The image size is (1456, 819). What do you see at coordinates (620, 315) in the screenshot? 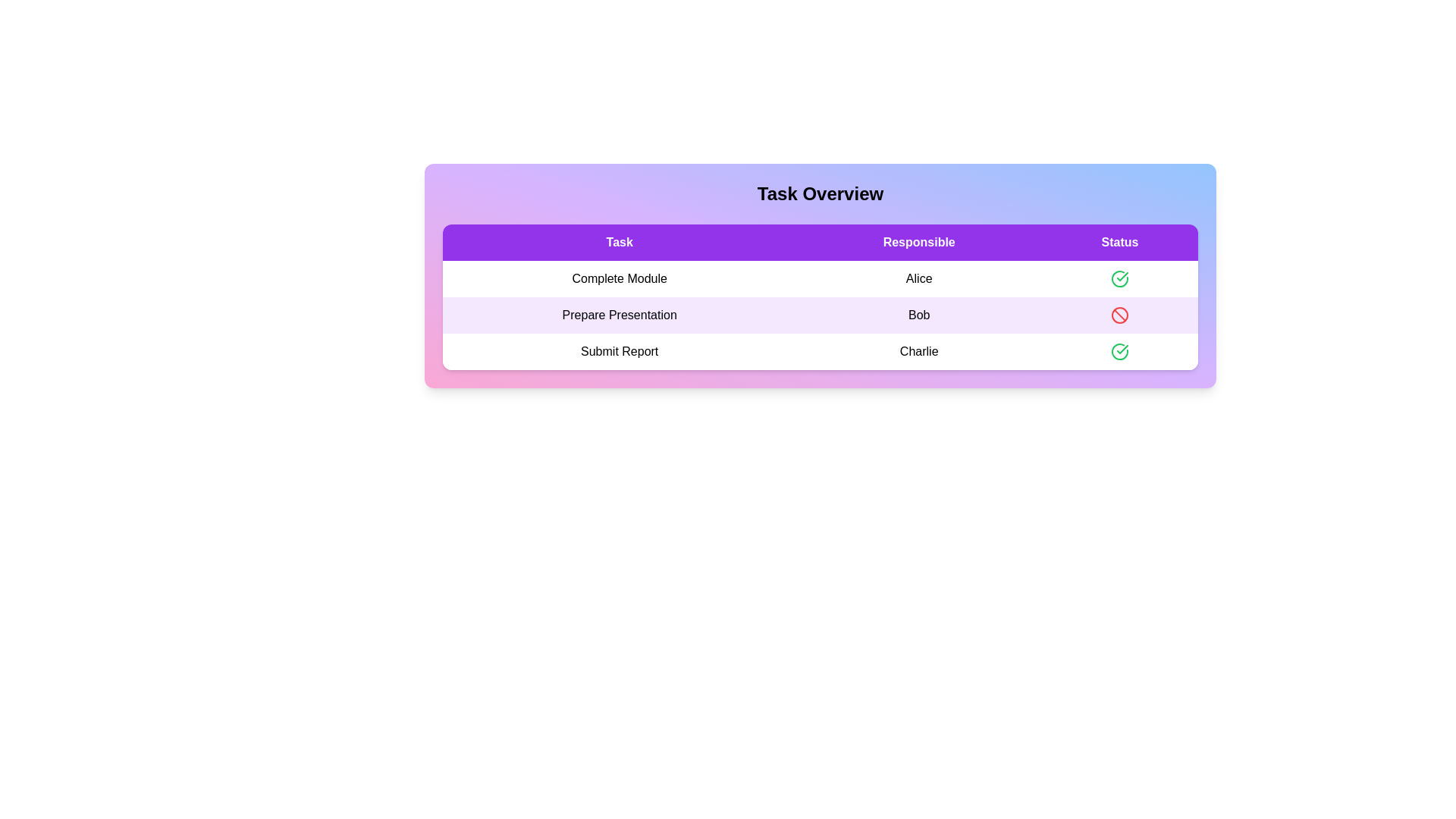
I see `the table cell displaying 'Prepare Presentation', which is center-aligned in a purple-themed cell and located in the second row of the table body` at bounding box center [620, 315].